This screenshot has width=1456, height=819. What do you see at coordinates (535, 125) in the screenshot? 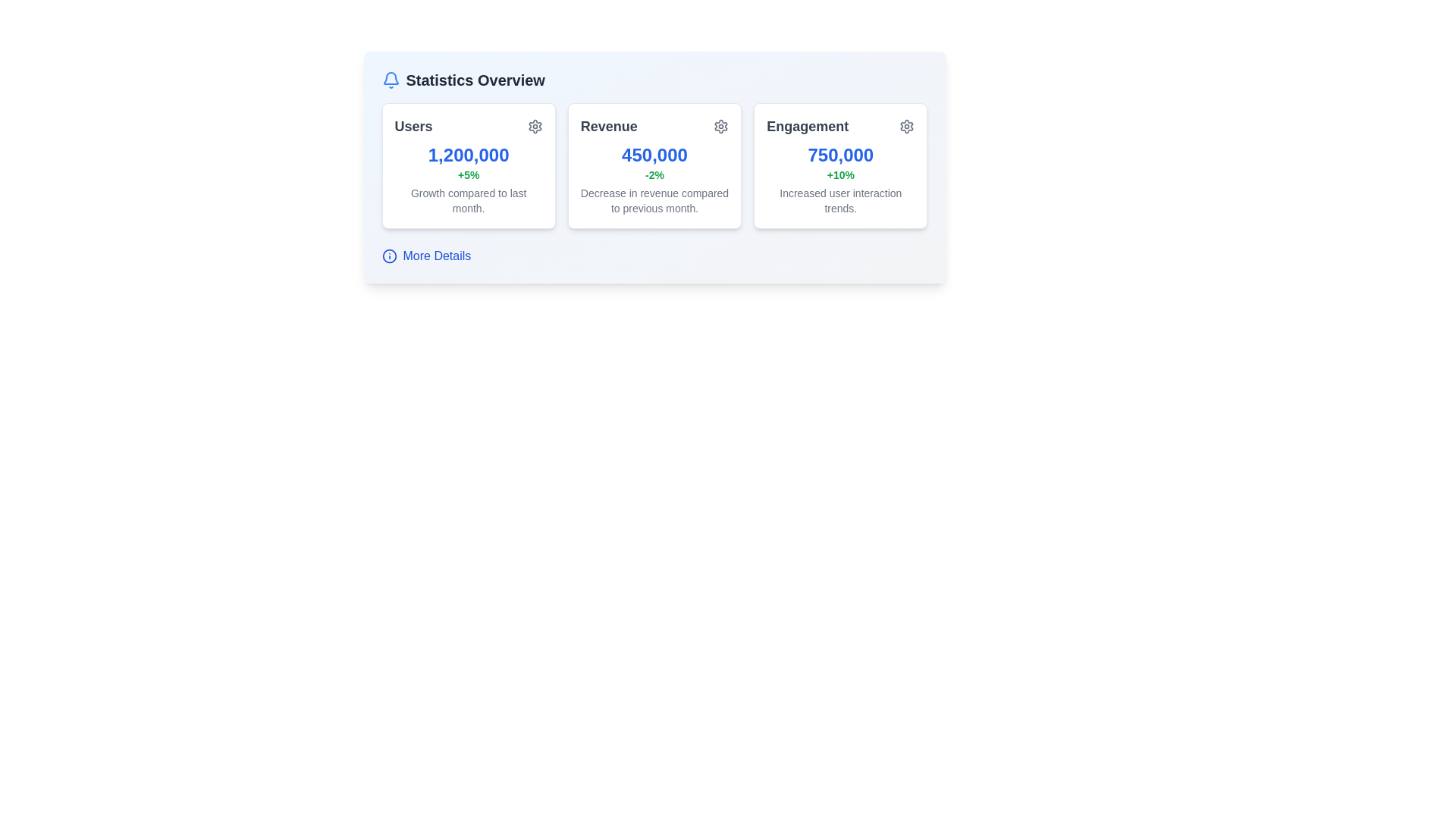
I see `the gear icon in the top-right corner of the 'Users' card within the Statistics Overview section` at bounding box center [535, 125].